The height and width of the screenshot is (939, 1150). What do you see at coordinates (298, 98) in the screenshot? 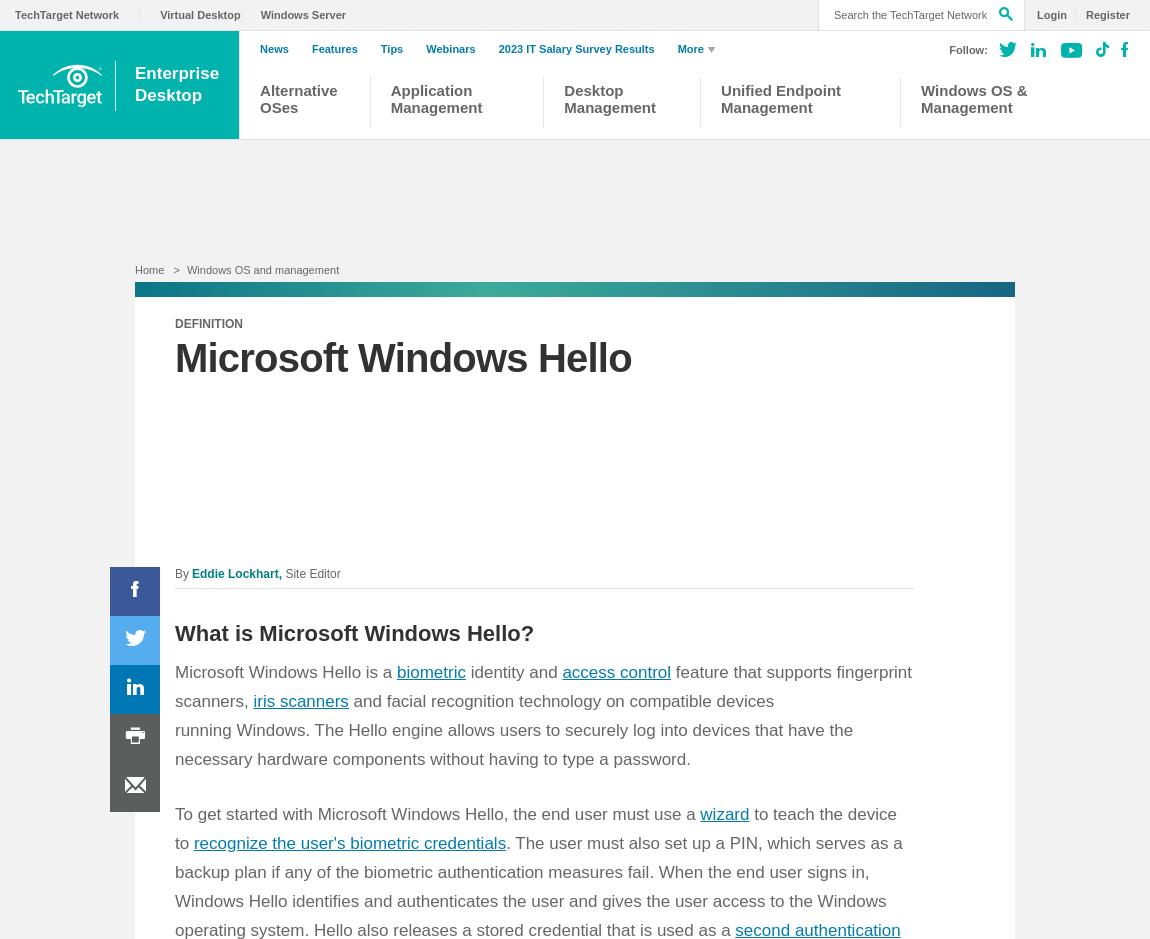
I see `'Alternative OSes'` at bounding box center [298, 98].